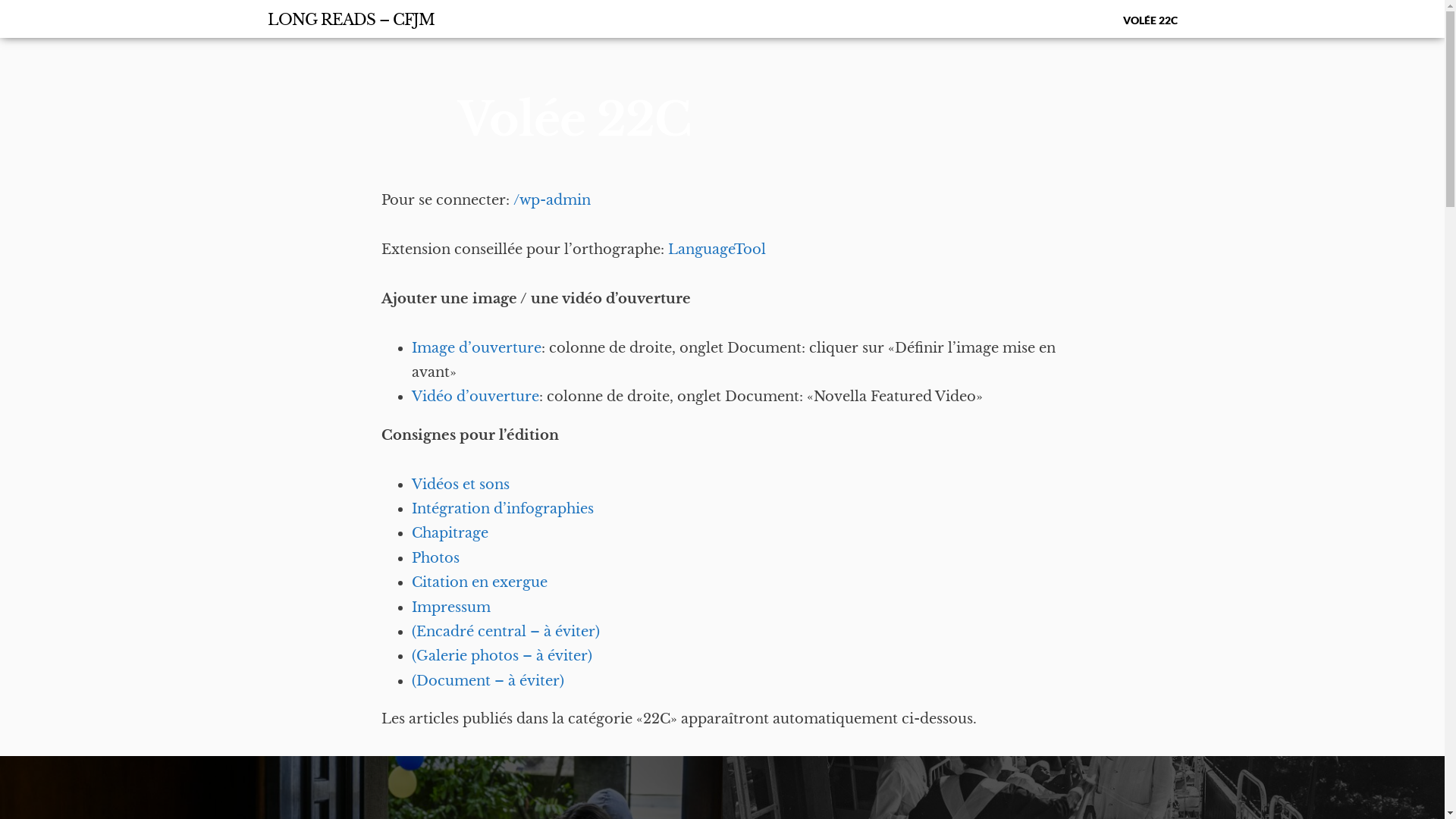 This screenshot has height=819, width=1456. Describe the element at coordinates (715, 248) in the screenshot. I see `'LanguageTool'` at that location.